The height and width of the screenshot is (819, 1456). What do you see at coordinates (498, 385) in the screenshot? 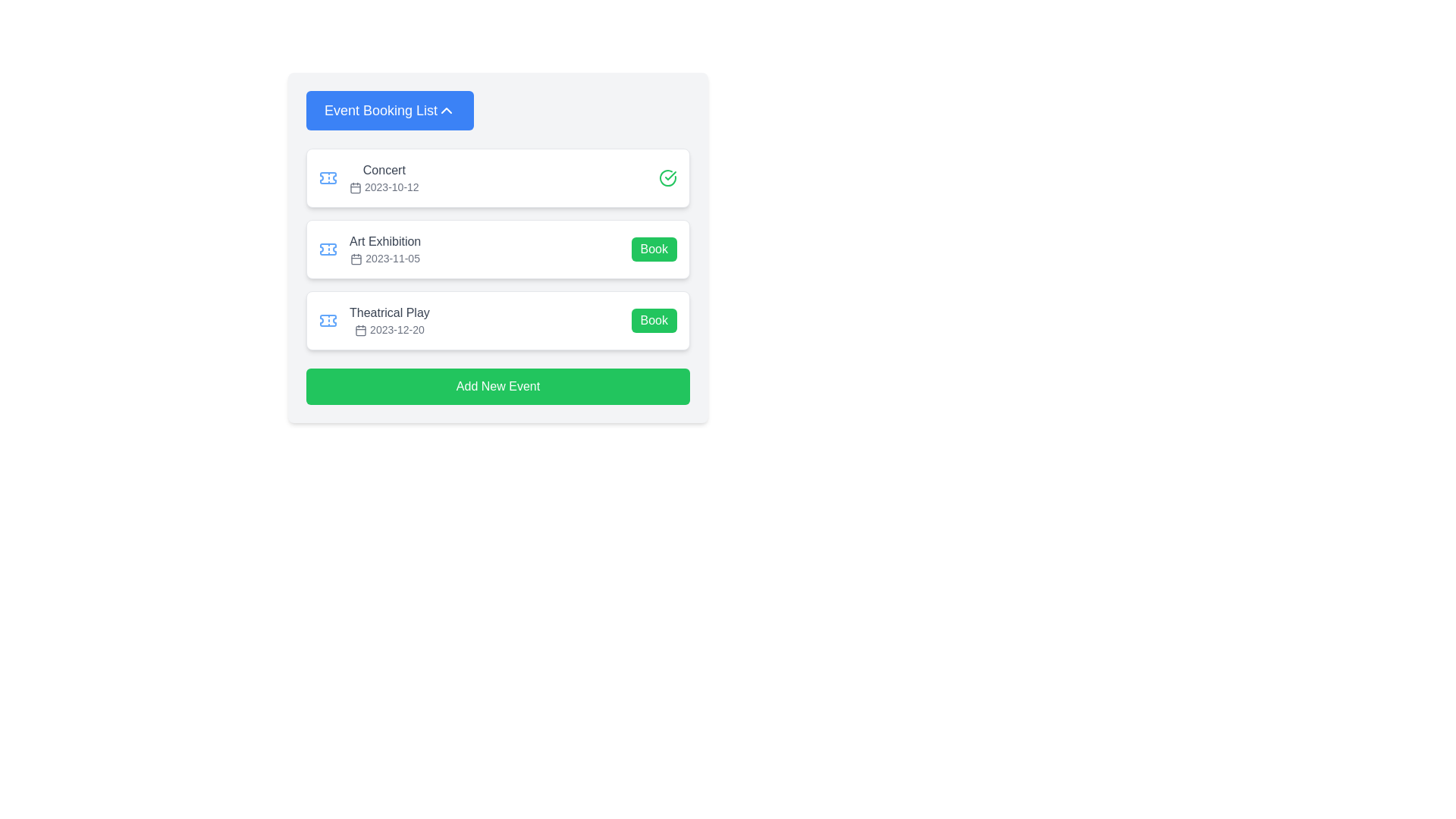
I see `the 'Add New Event' button located at the bottom of the 'Event Booking List' to observe the color change` at bounding box center [498, 385].